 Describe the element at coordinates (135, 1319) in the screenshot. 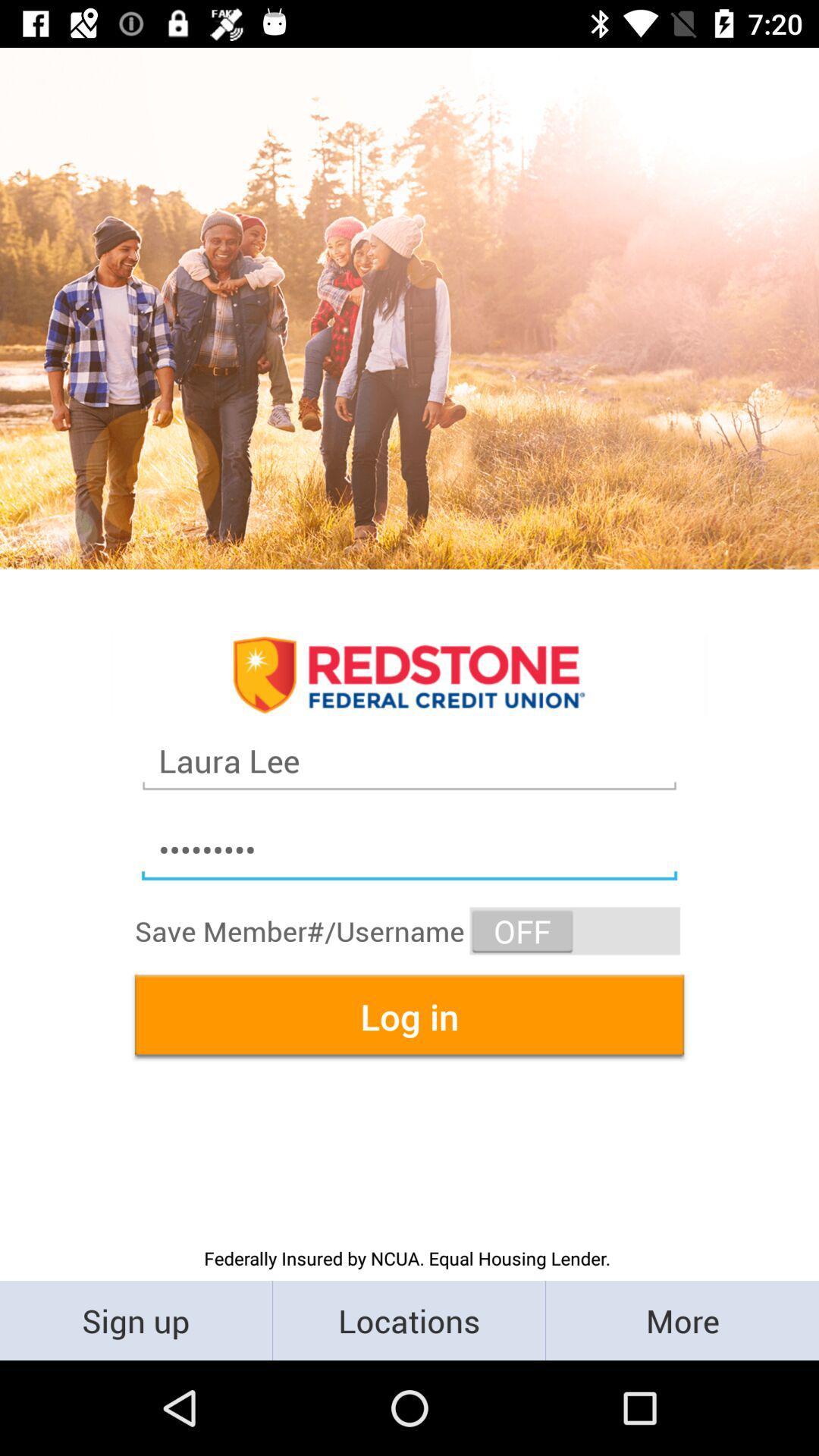

I see `sign up item` at that location.